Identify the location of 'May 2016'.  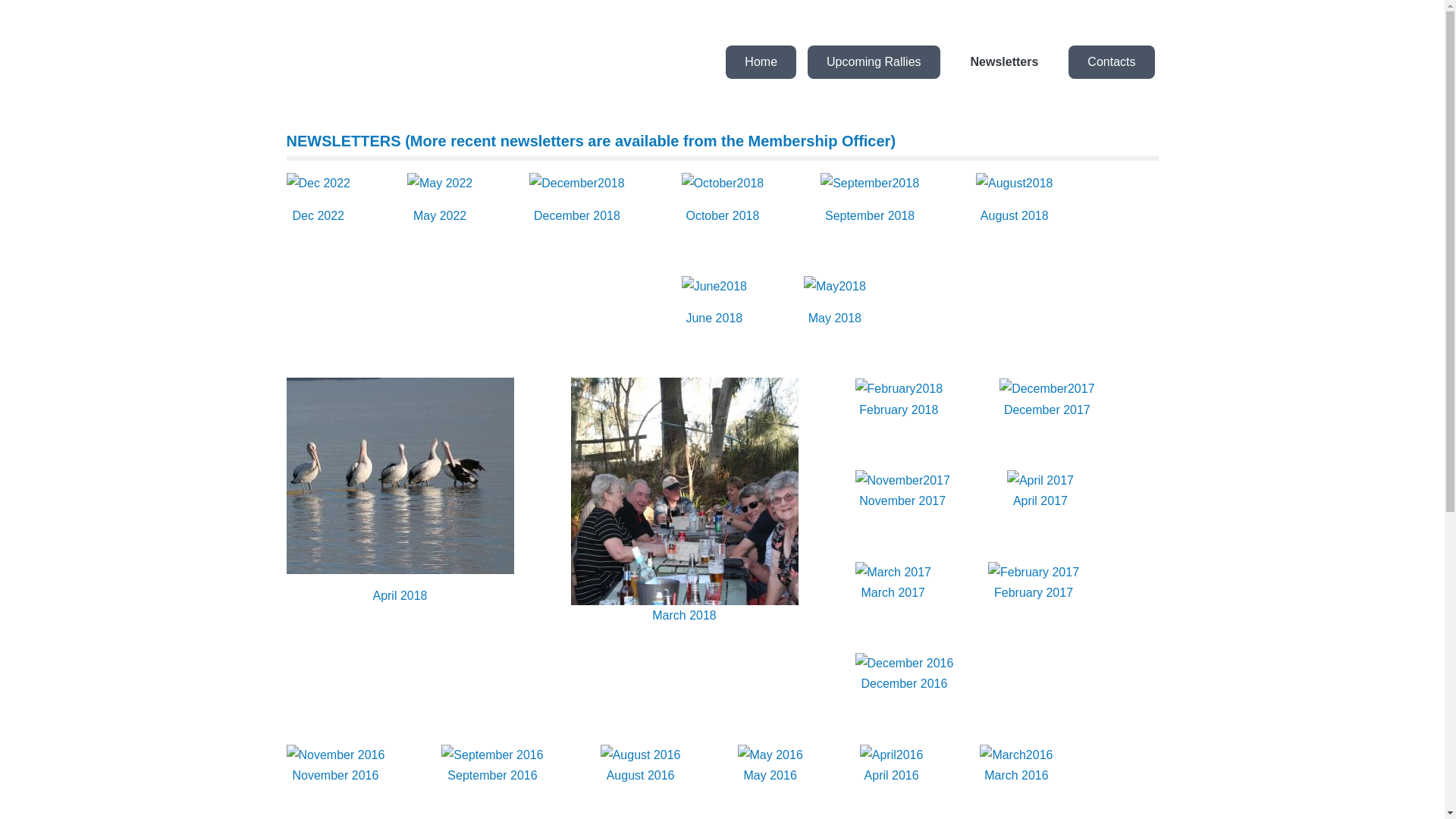
(770, 775).